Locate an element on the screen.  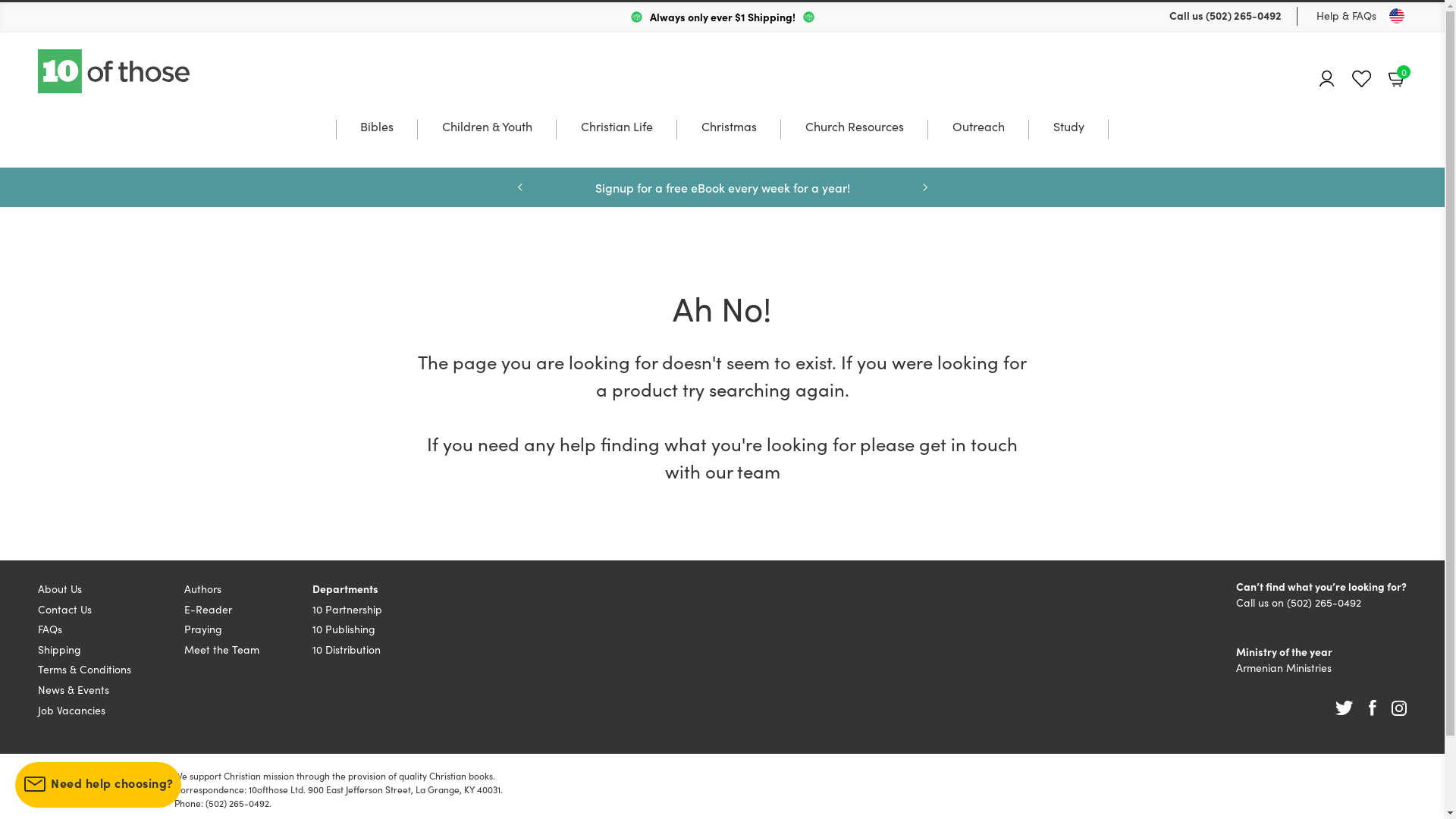
'Praying' is located at coordinates (202, 629).